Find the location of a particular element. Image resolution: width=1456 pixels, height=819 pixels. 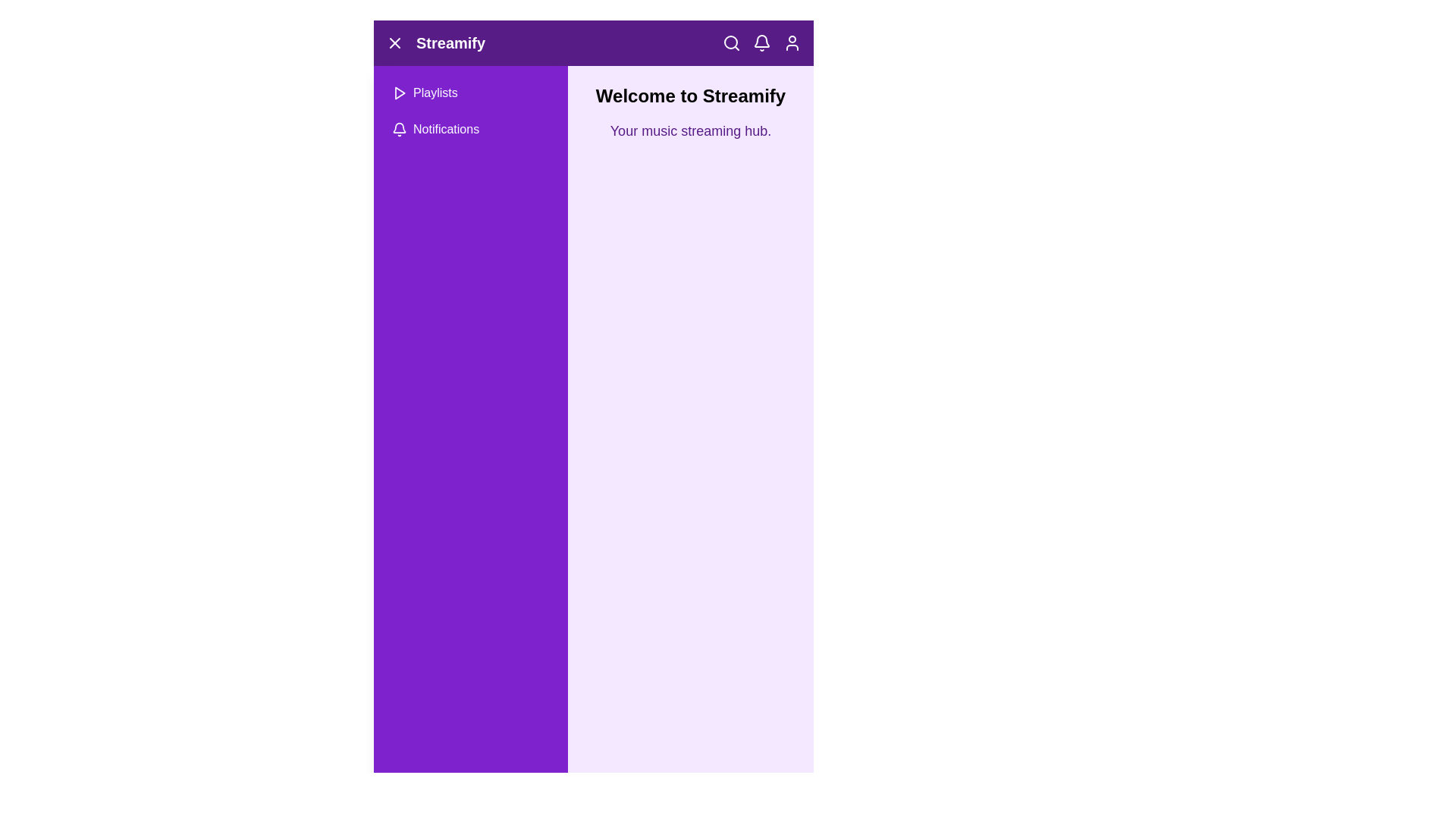

static text label displaying 'Your music streaming hub.' which is positioned below the title 'Welcome to Streamify.' is located at coordinates (690, 130).